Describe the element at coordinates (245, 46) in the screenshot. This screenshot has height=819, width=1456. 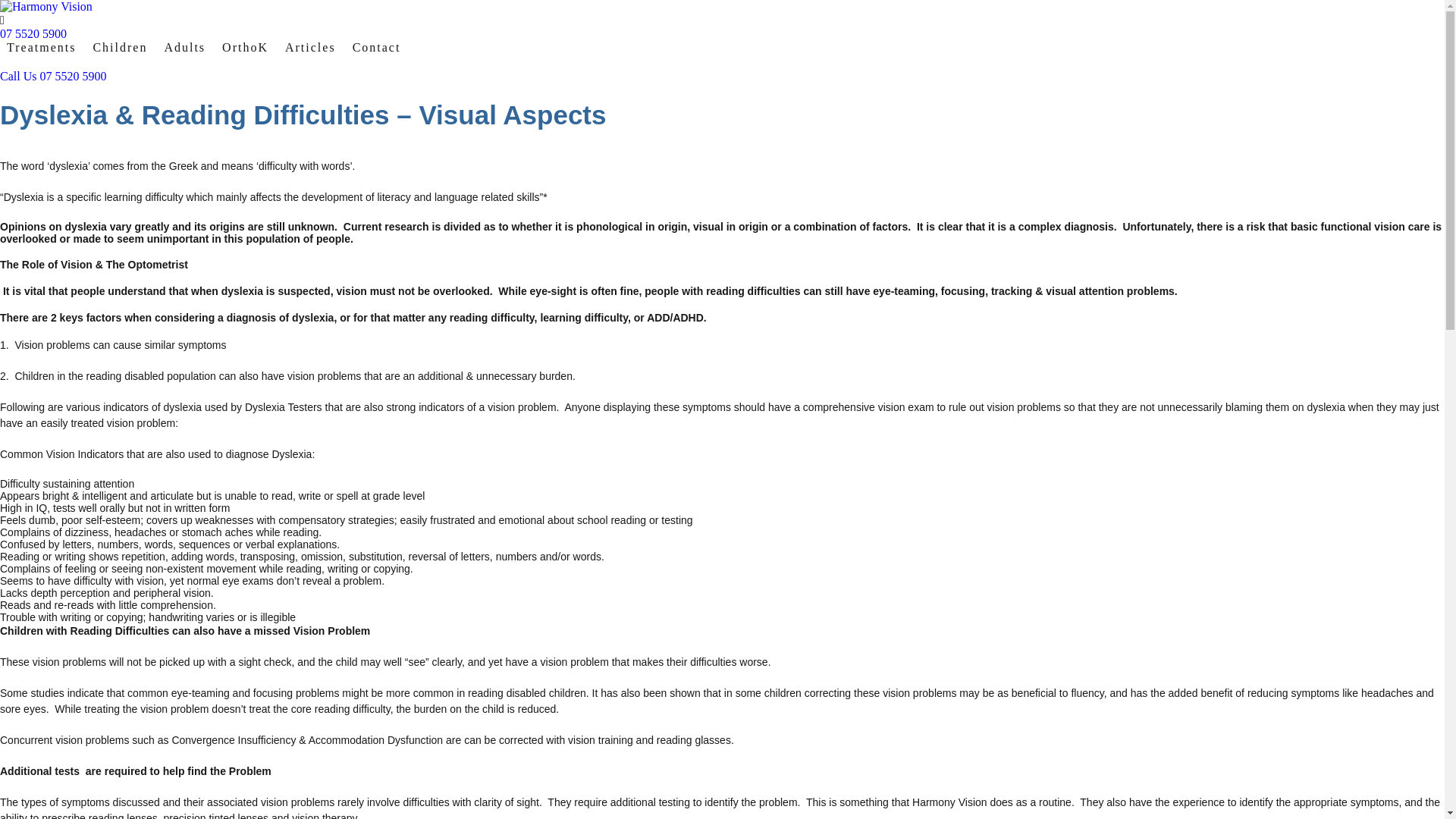
I see `'OrthoK'` at that location.